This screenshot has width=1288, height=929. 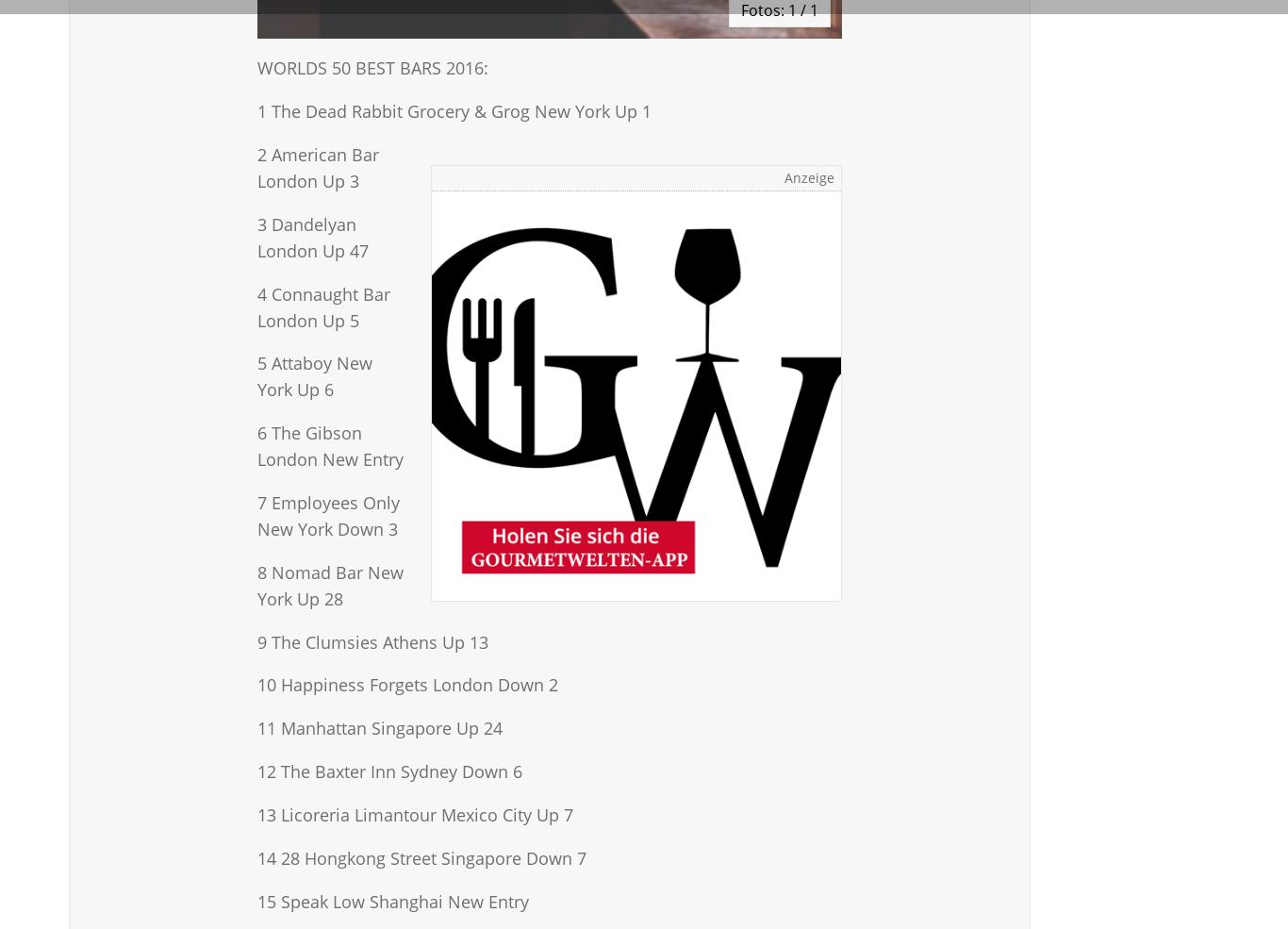 What do you see at coordinates (372, 67) in the screenshot?
I see `'WORLDS 50 BEST BARS 2016:'` at bounding box center [372, 67].